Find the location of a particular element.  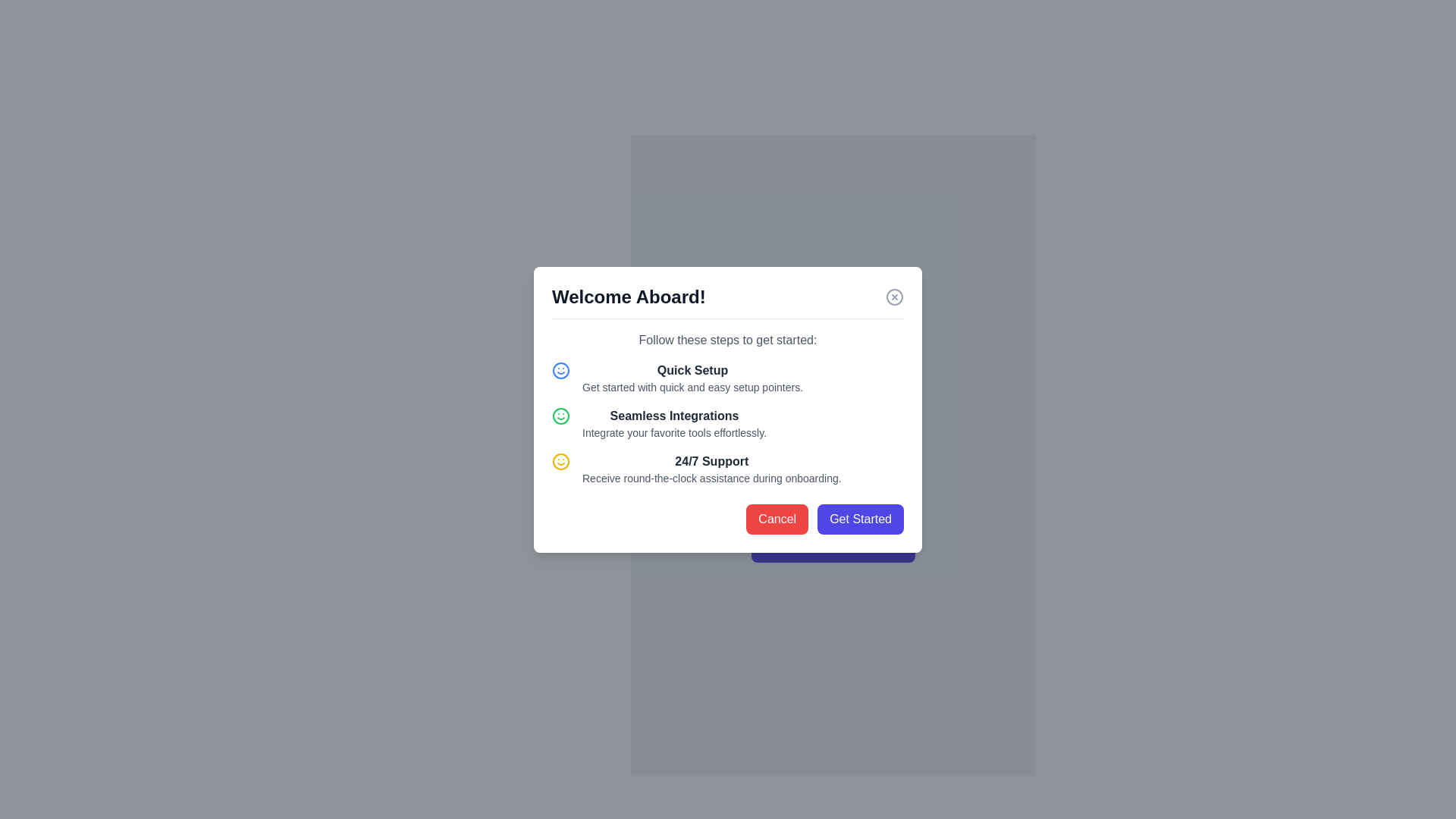

the static text label that serves as an instructional guide for the onboarding steps, positioned below the 'Welcome Aboard!' heading is located at coordinates (728, 339).